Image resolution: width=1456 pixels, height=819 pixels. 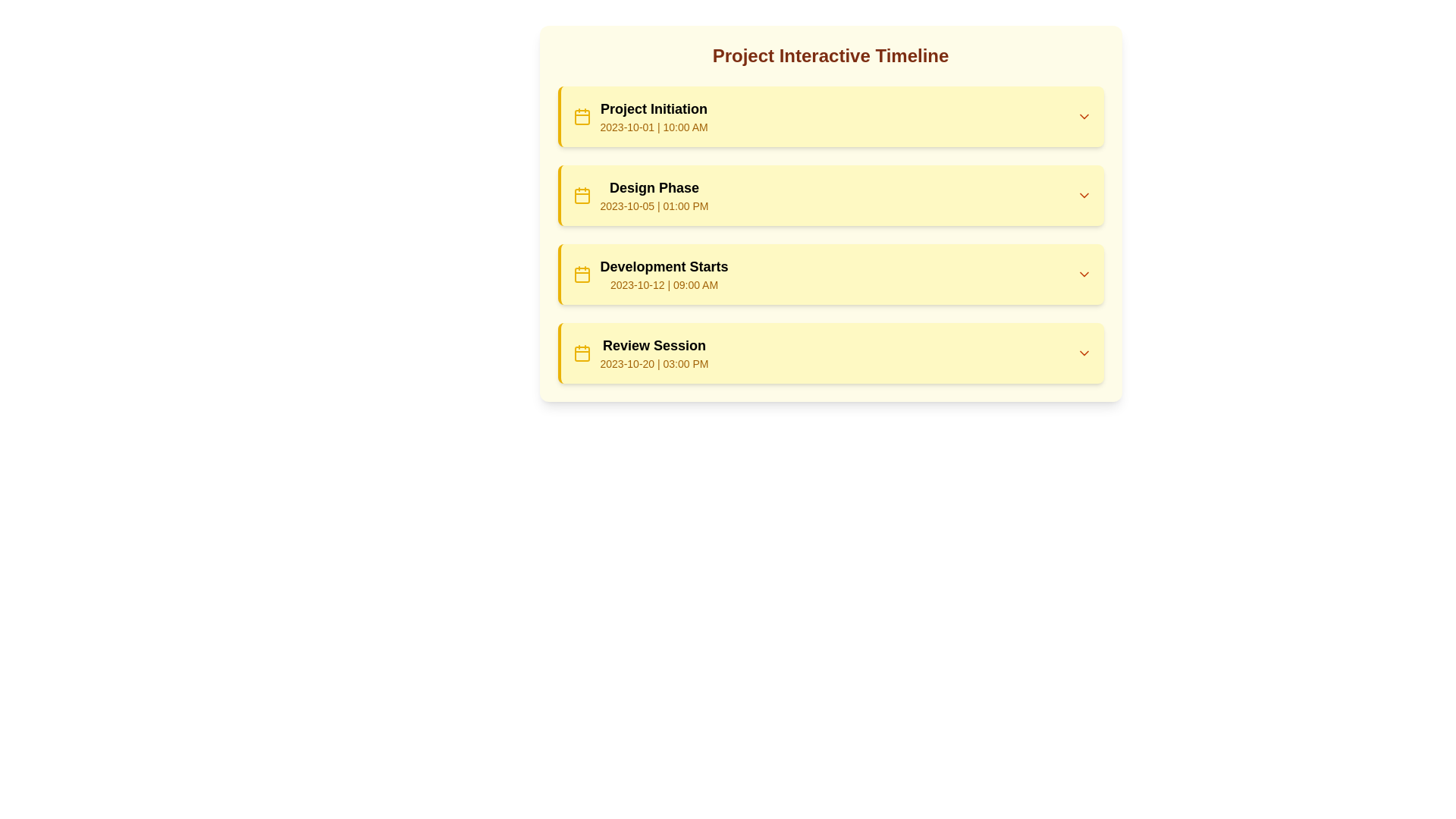 I want to click on the Dropdown toggle icon located in the topmost header of the 'Project Interactive Timeline' section, positioned to the far-right, aligned with 'Project Initiation', so click(x=1083, y=116).